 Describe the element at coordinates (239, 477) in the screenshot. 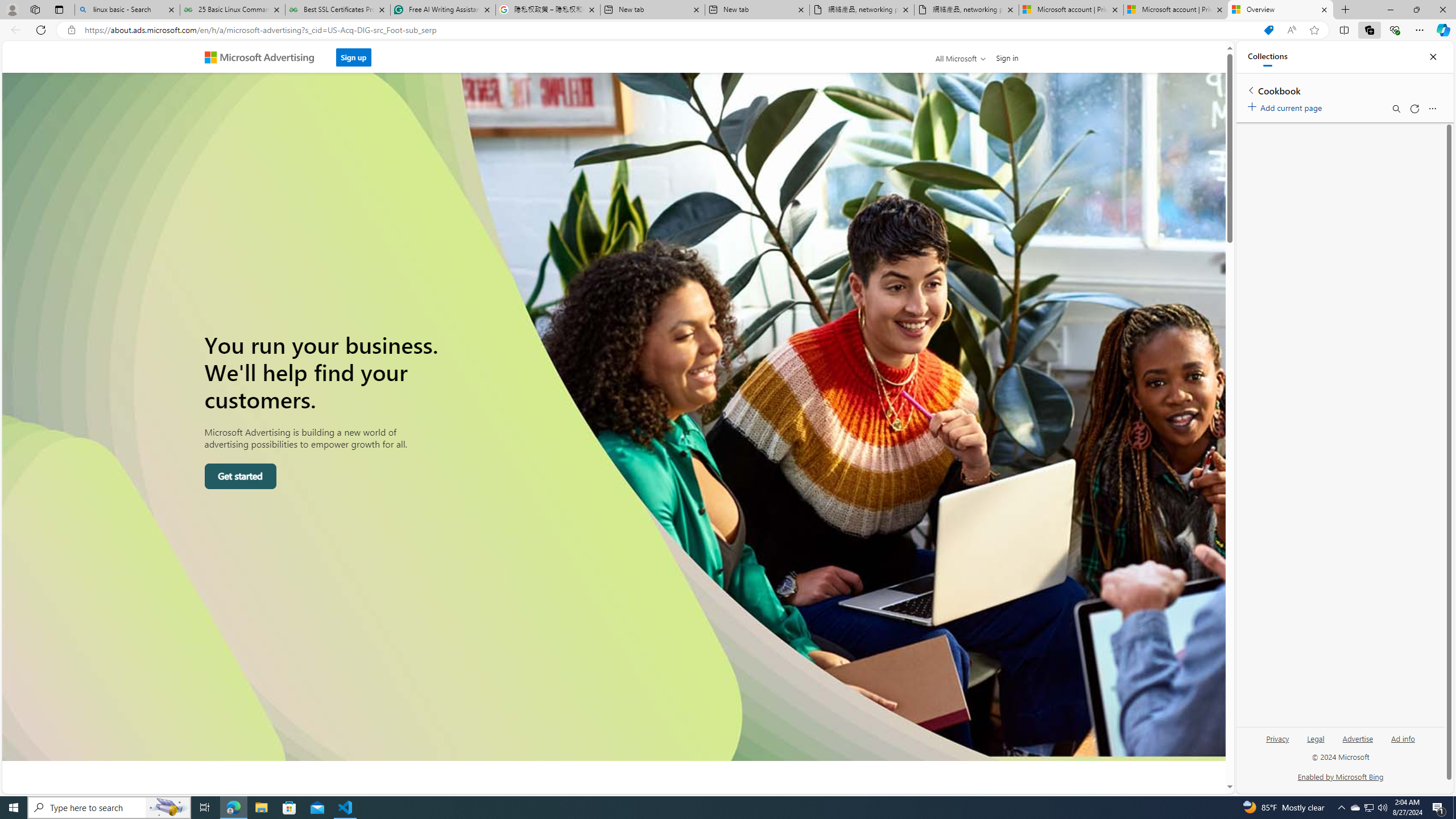

I see `'Get started'` at that location.